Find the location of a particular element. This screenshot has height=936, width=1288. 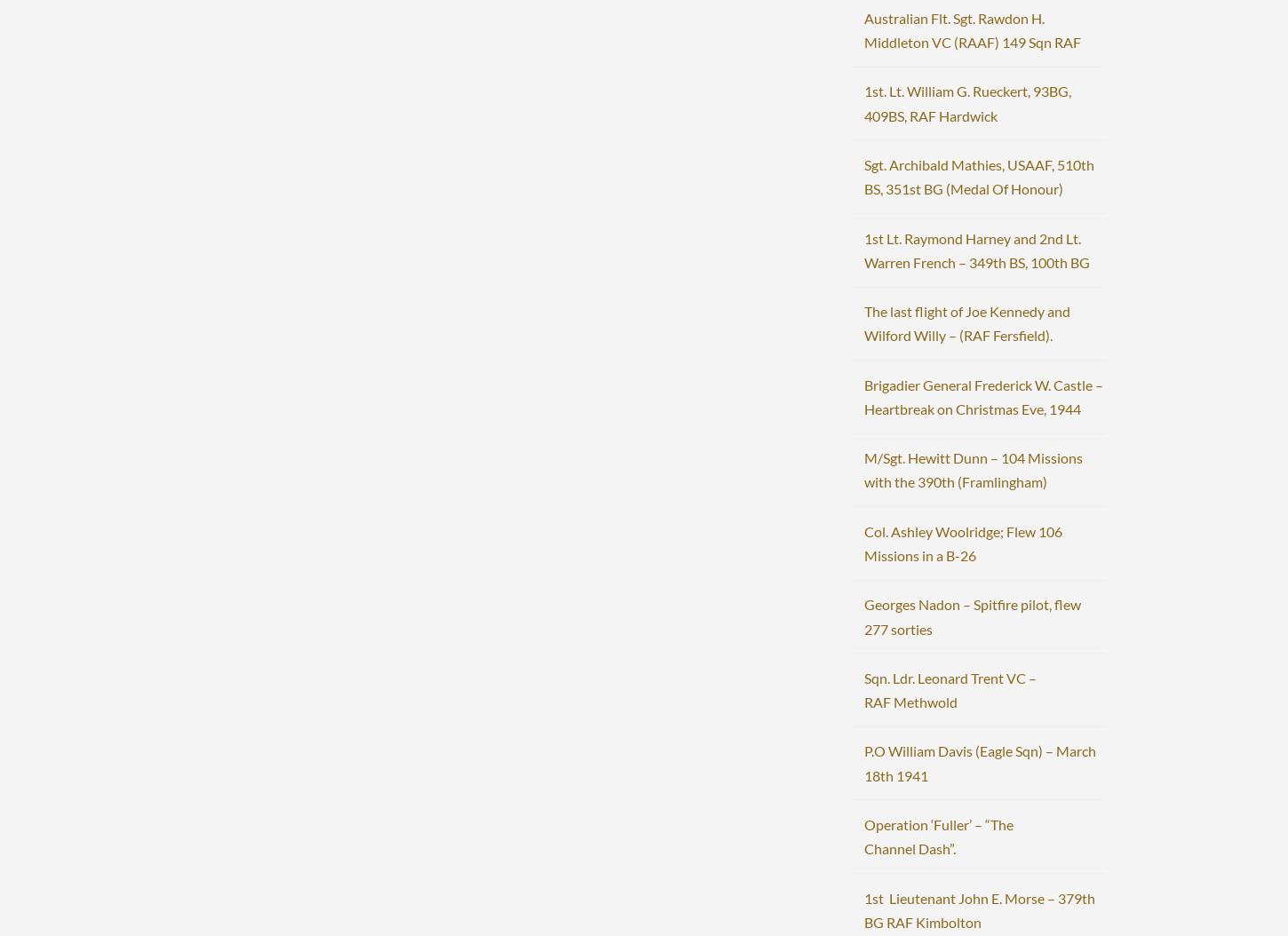

'The last flight of Joe Kennedy and Wilford Willy – (RAF Fersfield).' is located at coordinates (966, 323).